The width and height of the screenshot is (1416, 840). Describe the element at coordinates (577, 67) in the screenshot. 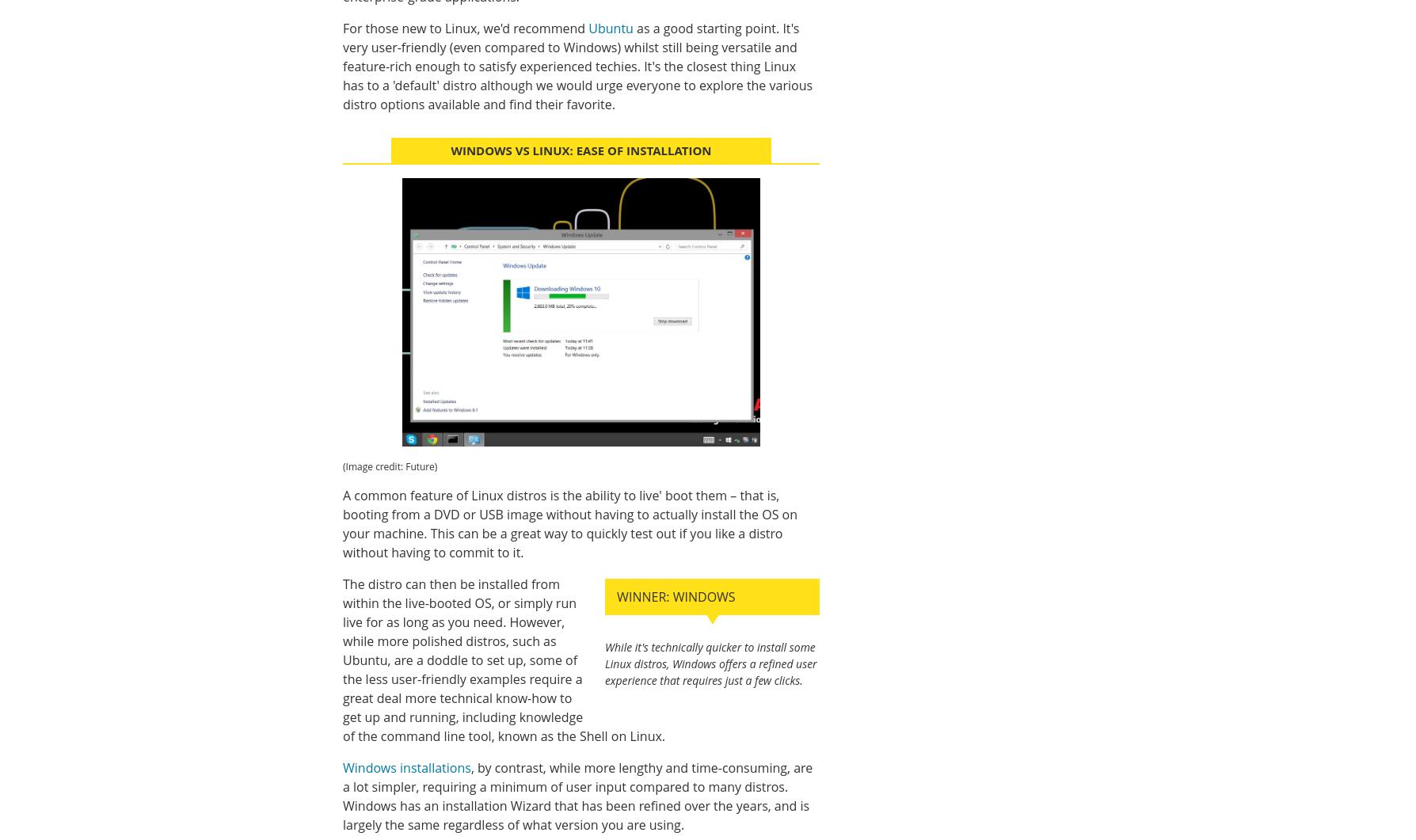

I see `'as a good starting point. It's very user-friendly (even compared to Windows) whilst still being versatile and feature-rich enough to satisfy experienced techies. It's the closest thing Linux has to a 'default' distro although we would urge everyone to explore the various distro options available and find their favorite.'` at that location.